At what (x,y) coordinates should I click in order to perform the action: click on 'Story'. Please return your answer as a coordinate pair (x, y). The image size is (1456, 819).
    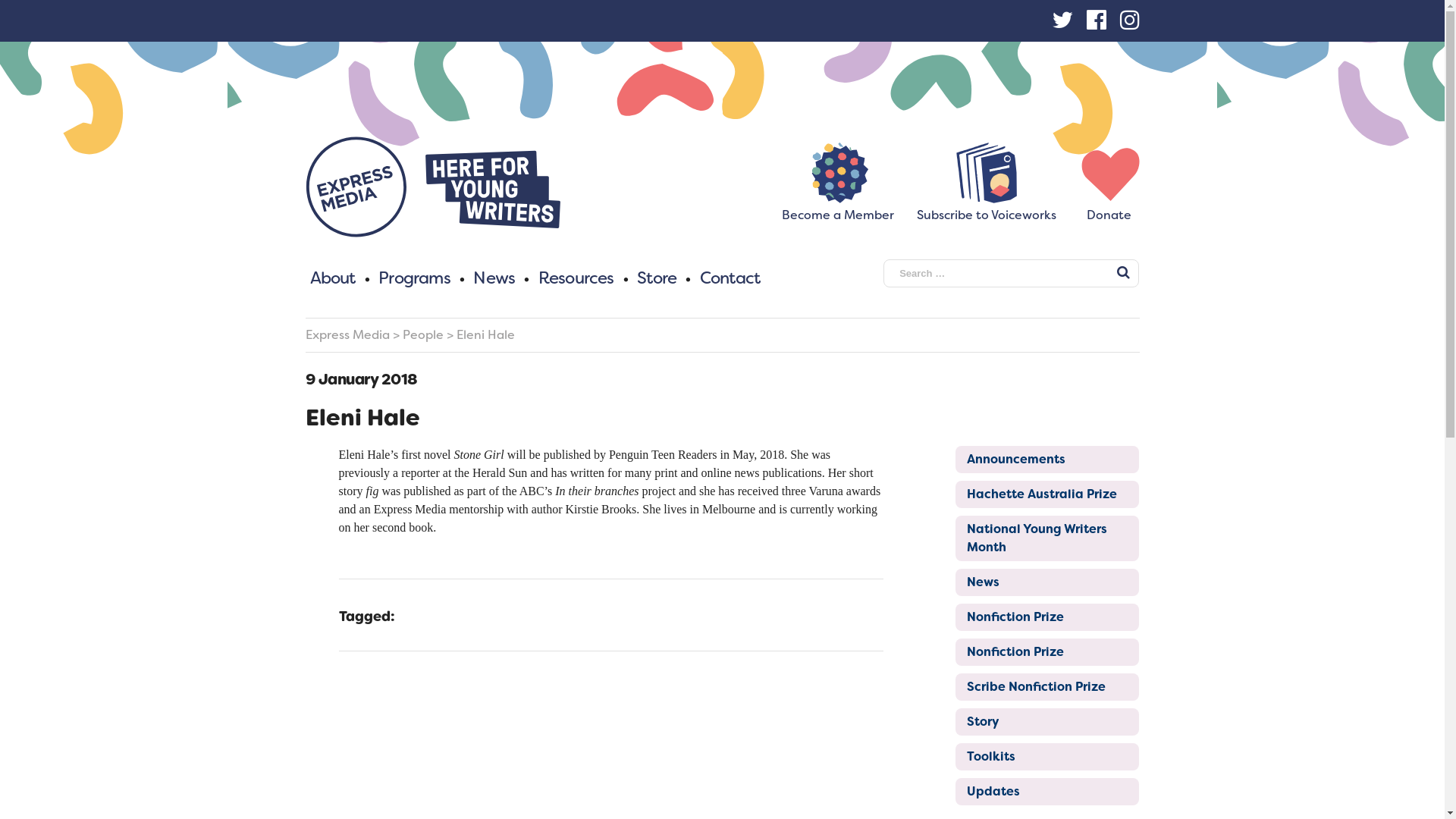
    Looking at the image, I should click on (954, 721).